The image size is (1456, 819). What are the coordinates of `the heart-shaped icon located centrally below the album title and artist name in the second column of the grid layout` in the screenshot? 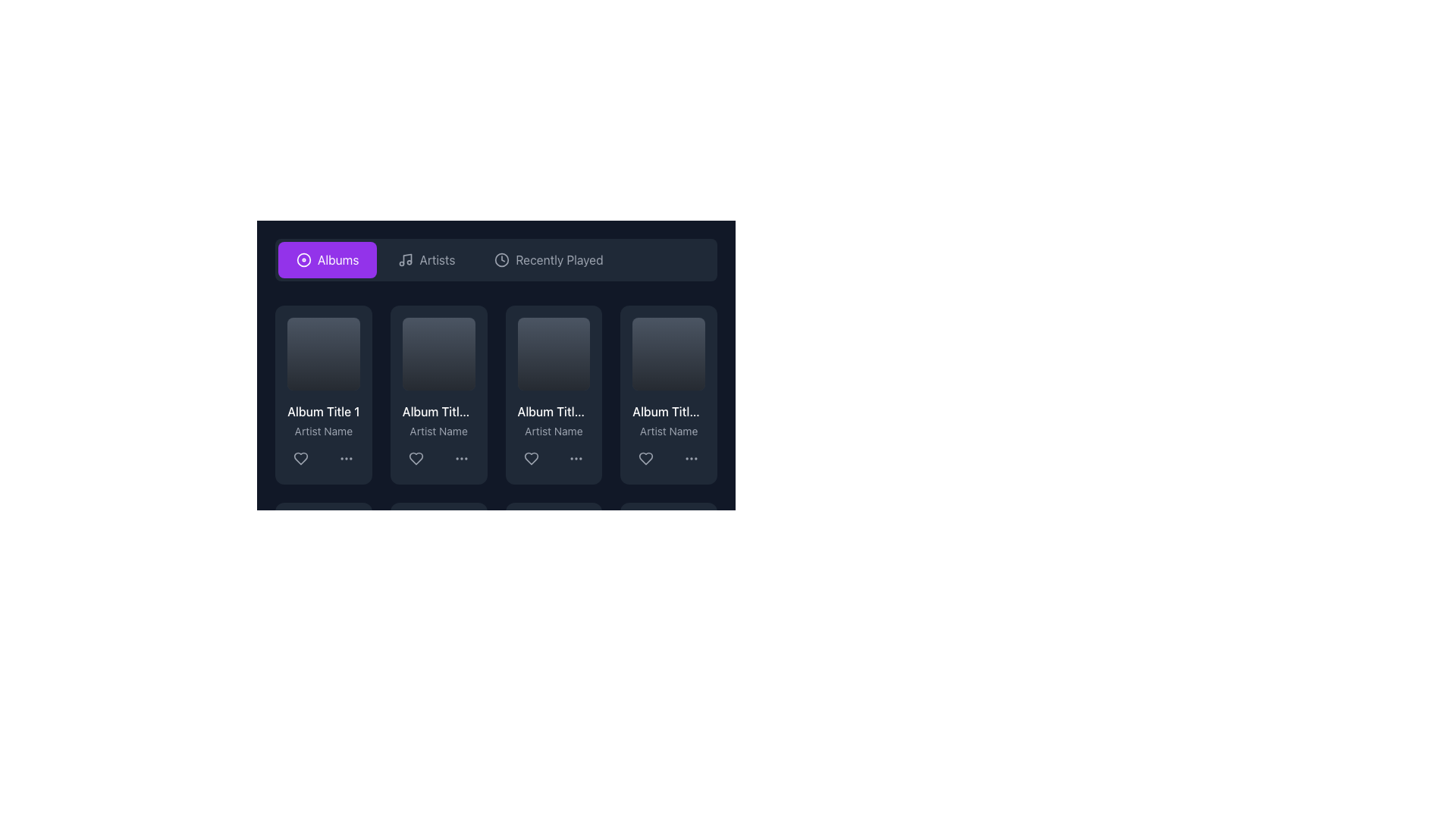 It's located at (416, 457).